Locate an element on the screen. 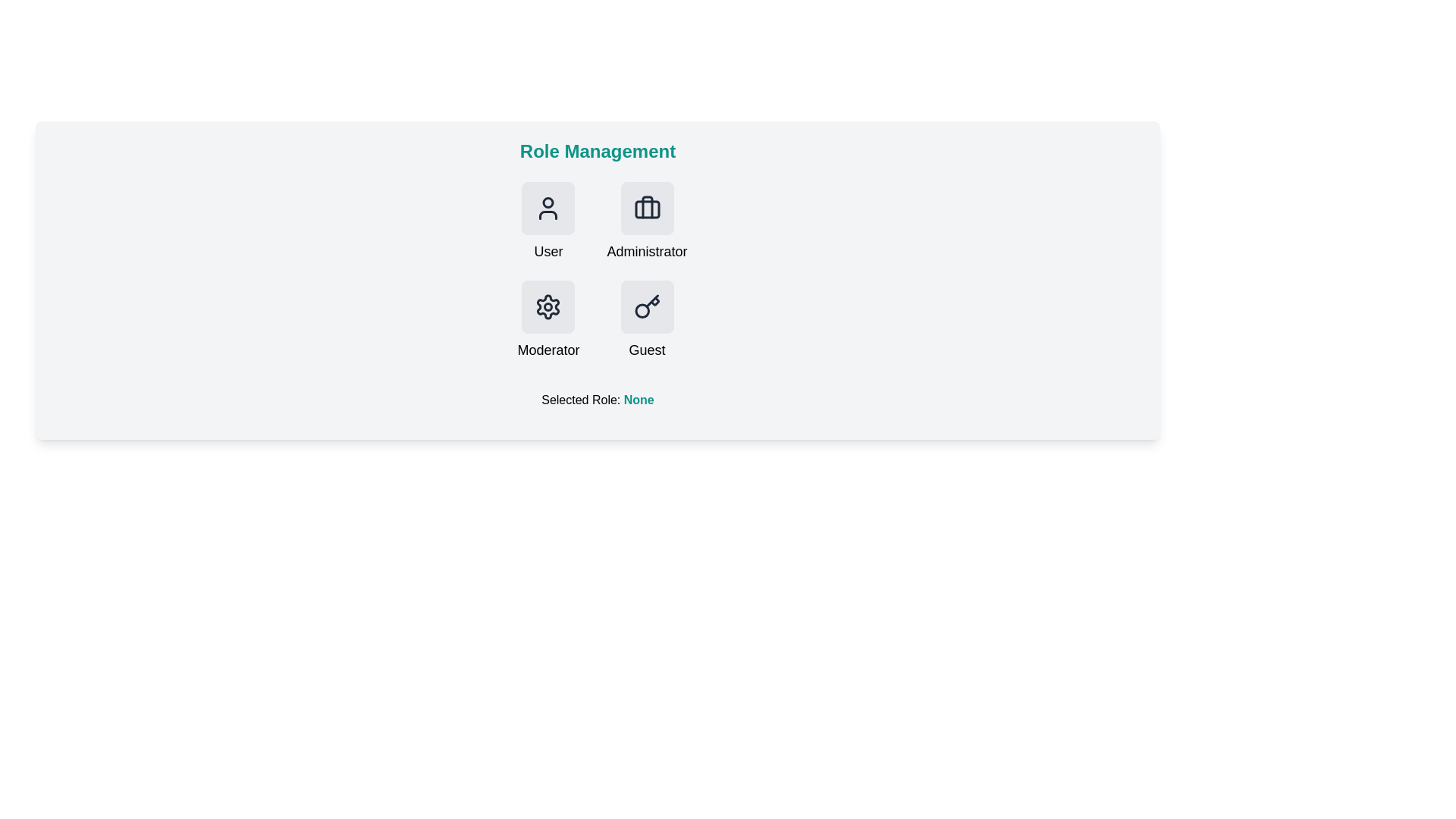 This screenshot has height=819, width=1456. the vertical handle part of the suitcase icon located in the top right of the 2x2 grid below the 'Role Management' title is located at coordinates (647, 207).